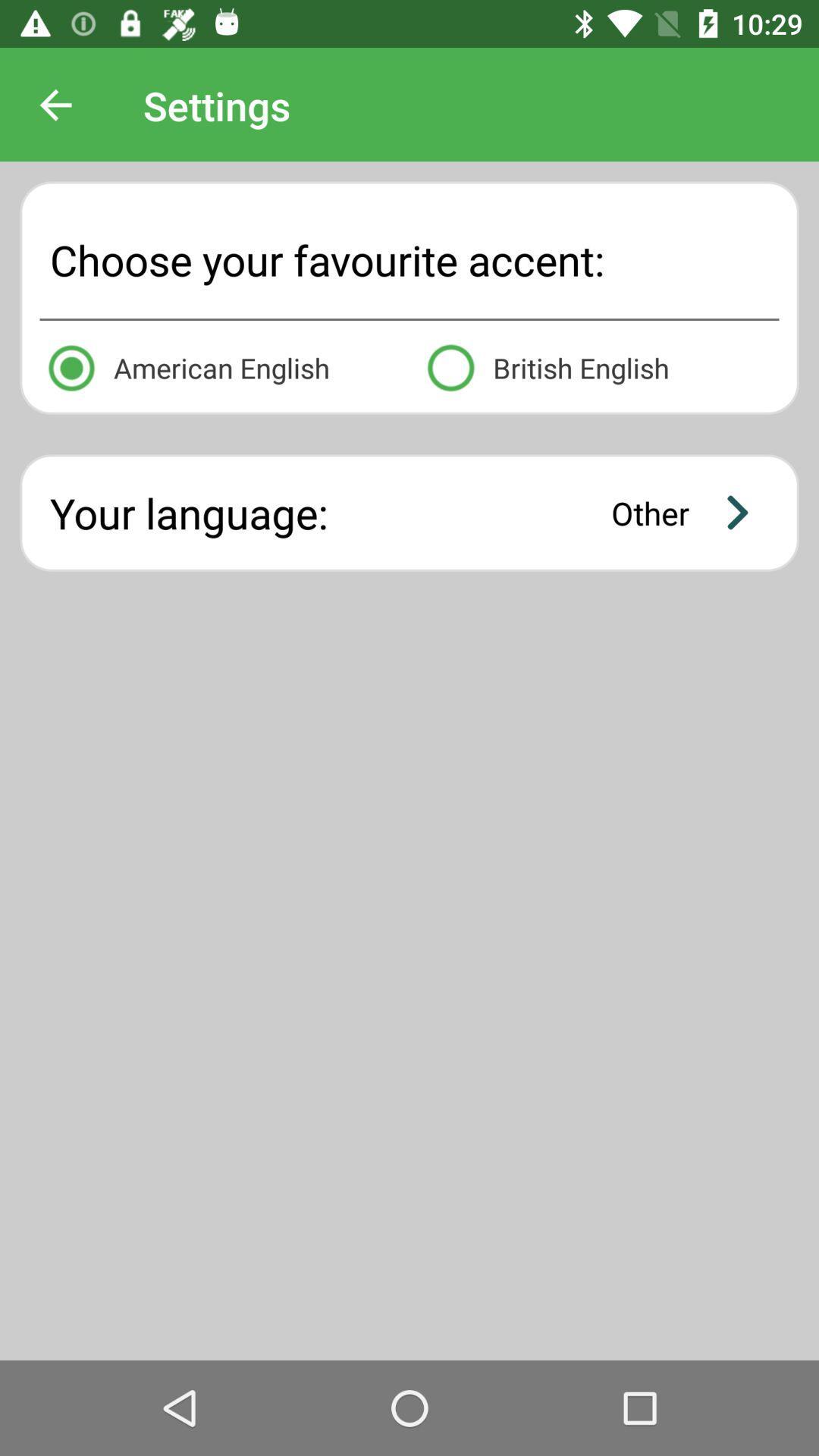  I want to click on the american english icon, so click(219, 365).